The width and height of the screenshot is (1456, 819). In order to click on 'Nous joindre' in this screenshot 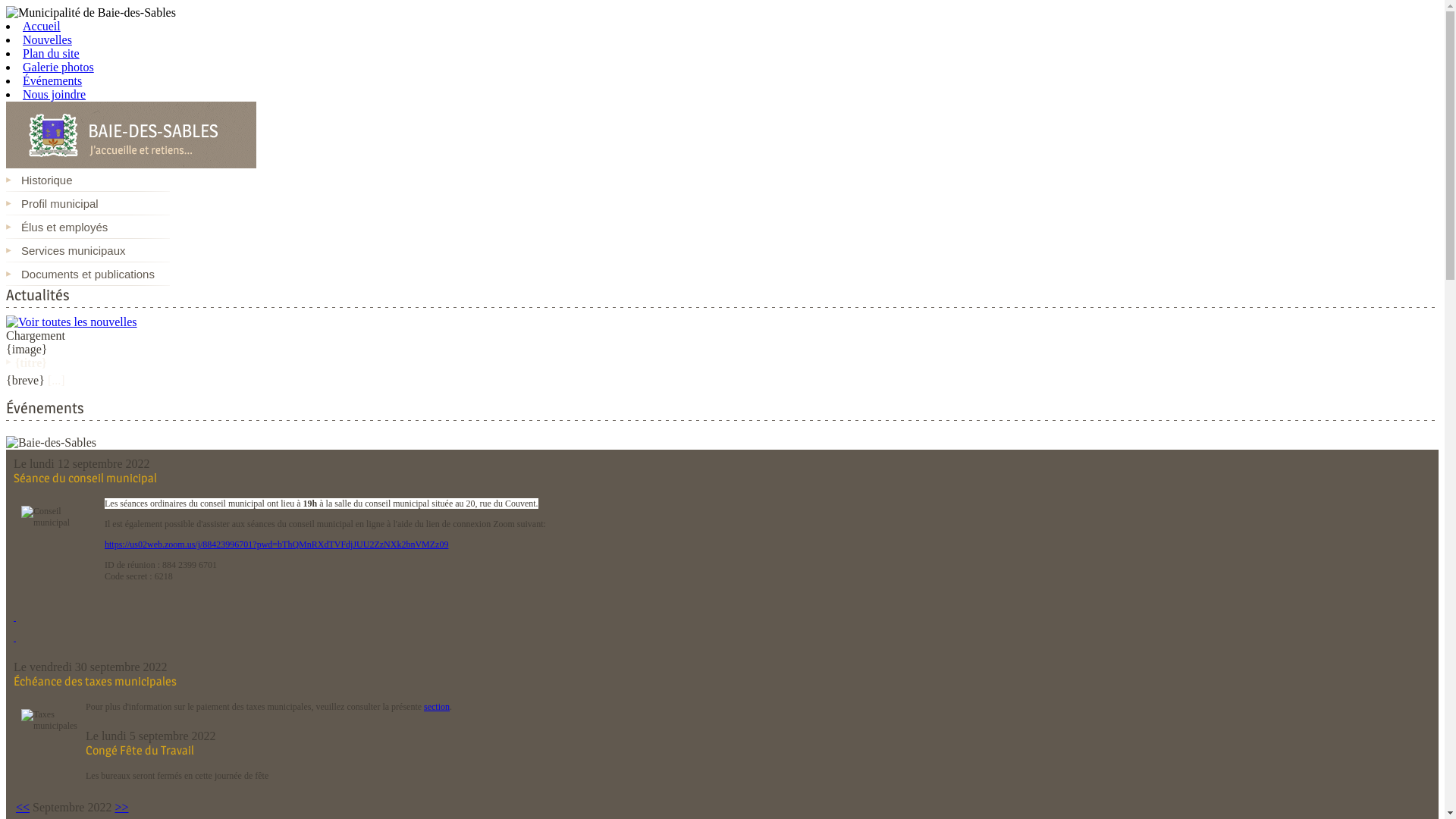, I will do `click(54, 94)`.